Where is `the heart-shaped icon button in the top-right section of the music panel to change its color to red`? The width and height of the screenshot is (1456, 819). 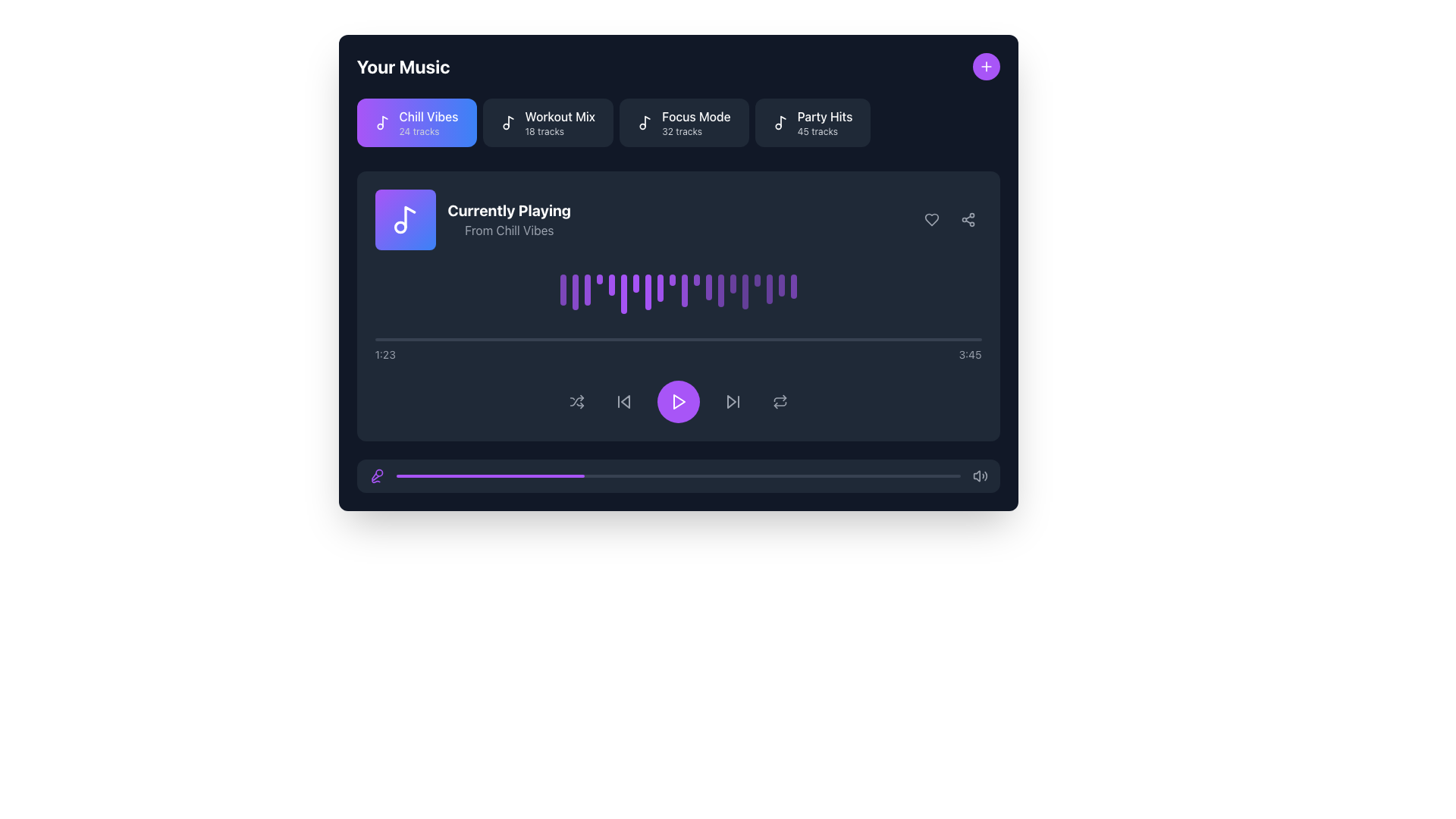 the heart-shaped icon button in the top-right section of the music panel to change its color to red is located at coordinates (930, 219).